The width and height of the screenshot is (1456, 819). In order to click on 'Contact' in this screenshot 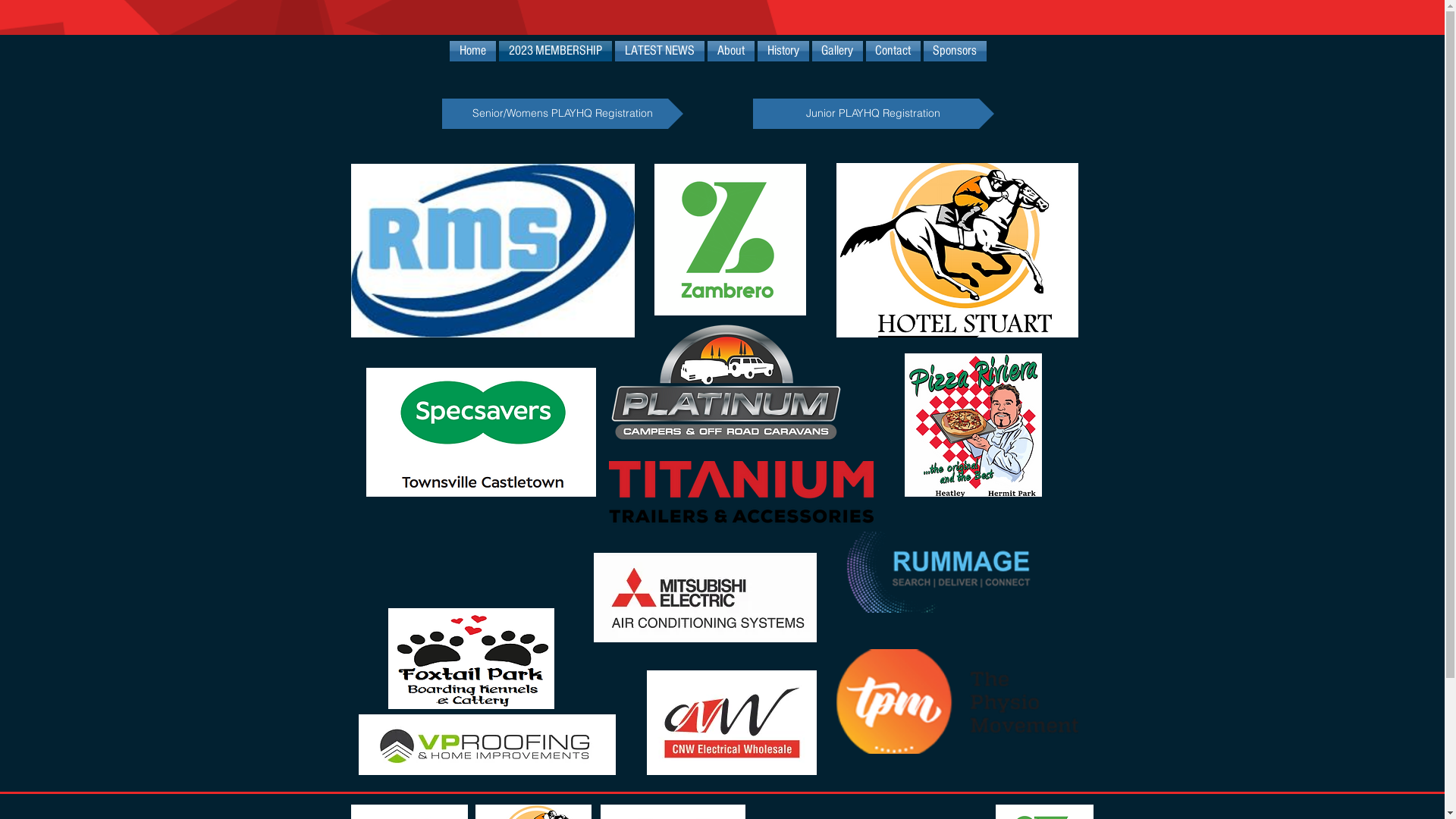, I will do `click(893, 50)`.